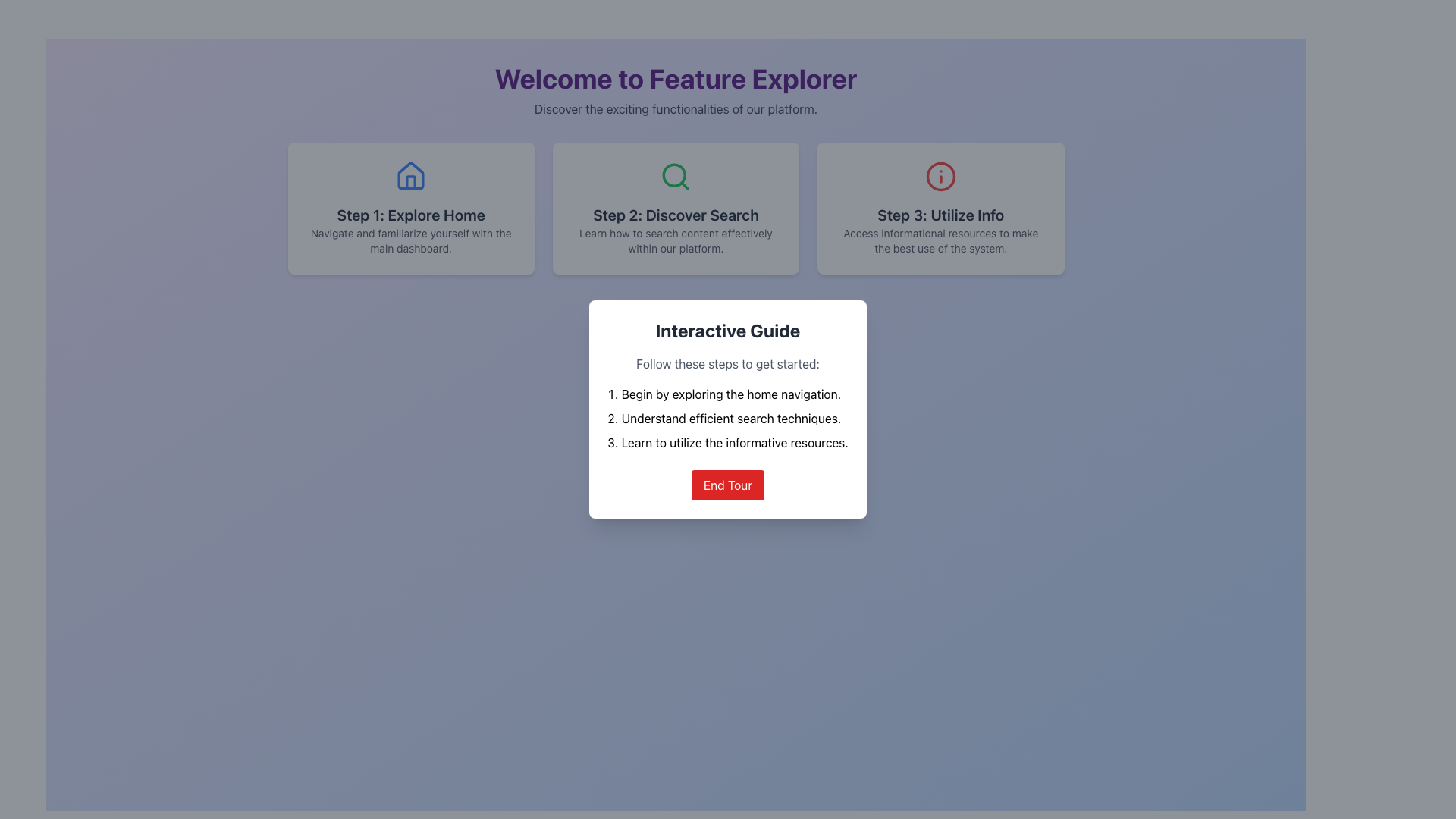 The image size is (1456, 819). What do you see at coordinates (411, 215) in the screenshot?
I see `the text label displaying 'Step 1: Explore Home', which is styled in bold, large dark gray font and positioned within a white card below a house icon` at bounding box center [411, 215].